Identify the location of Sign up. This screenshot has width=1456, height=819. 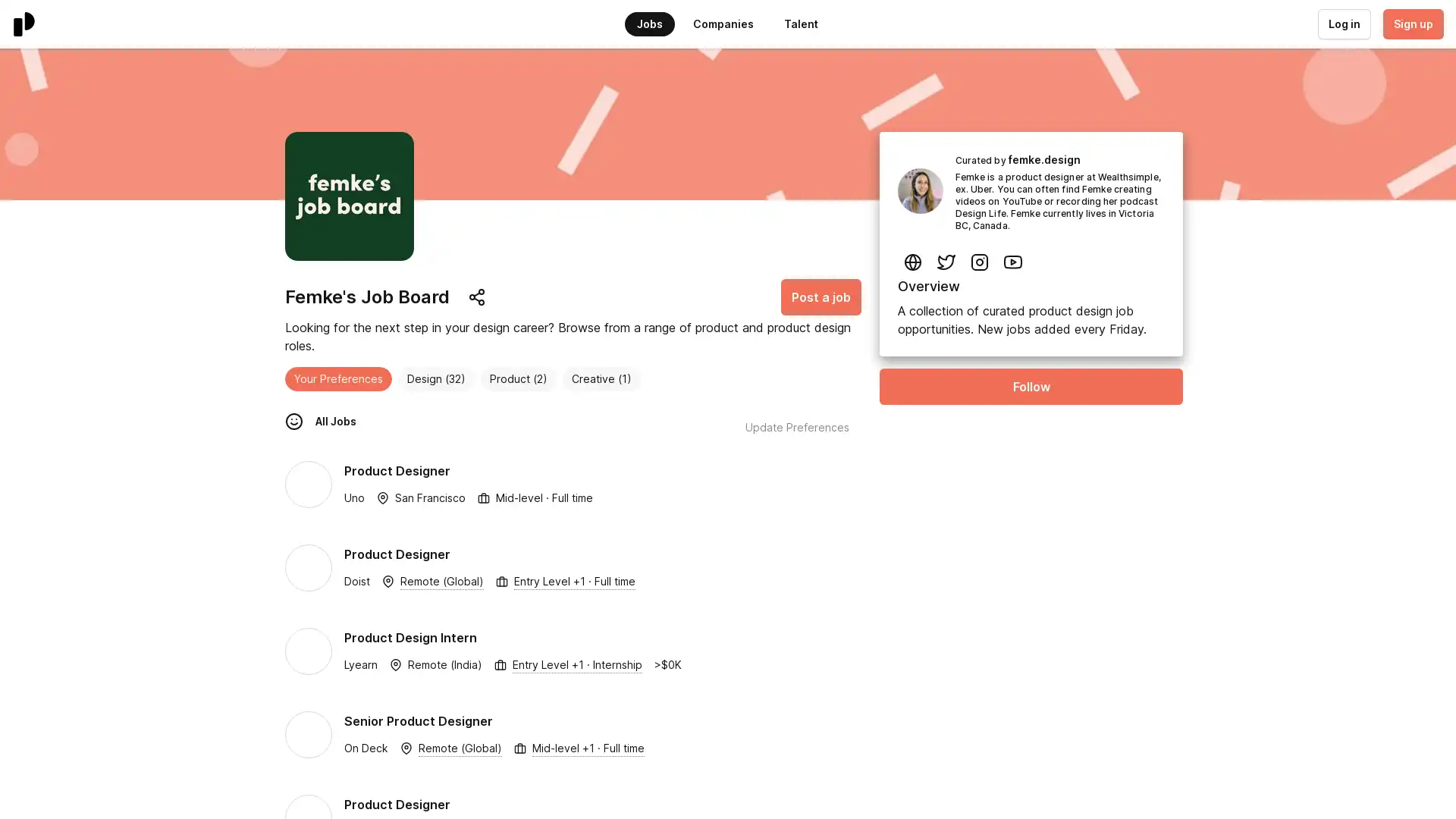
(1411, 24).